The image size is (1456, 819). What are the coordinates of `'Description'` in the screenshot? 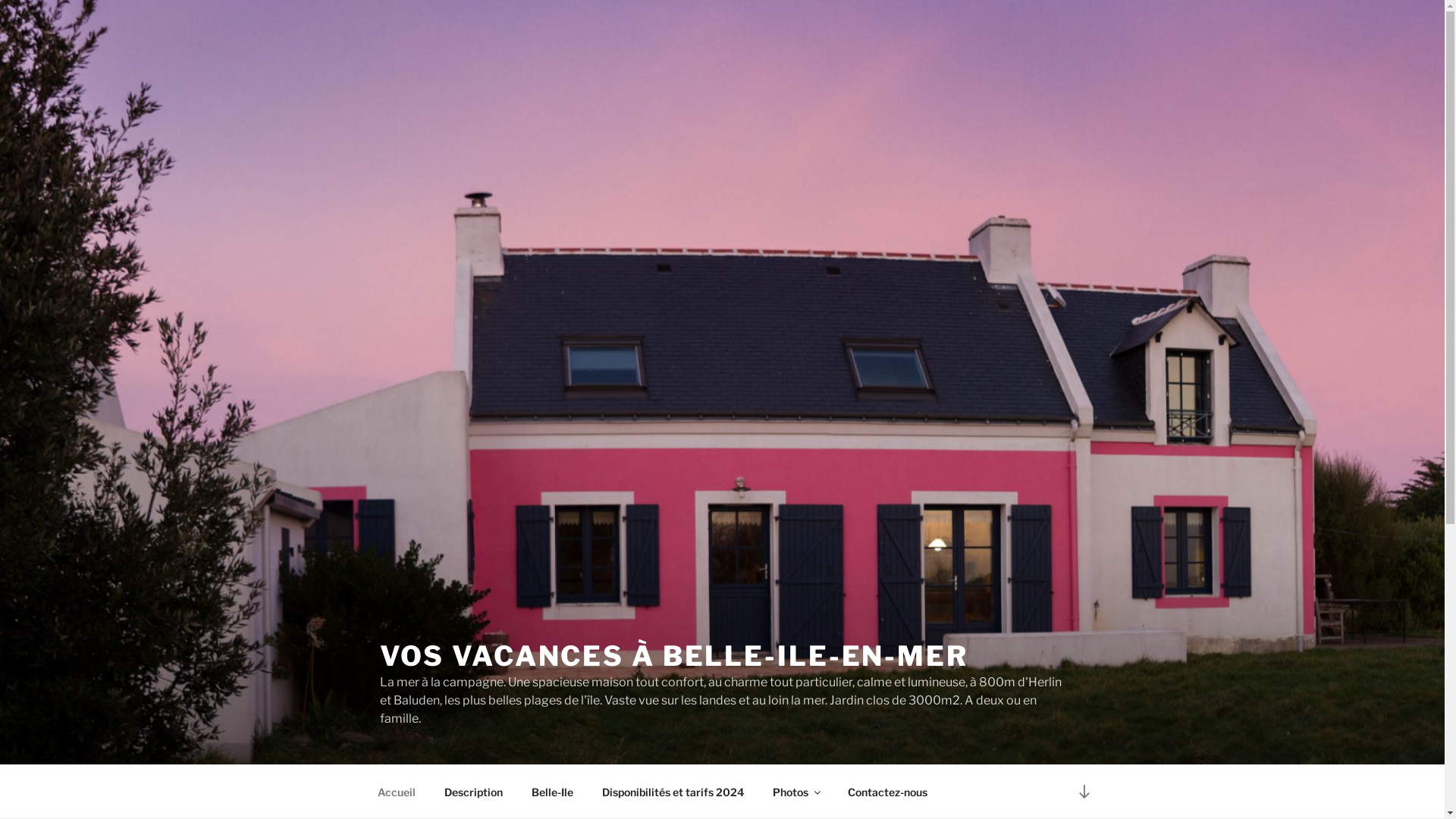 It's located at (472, 791).